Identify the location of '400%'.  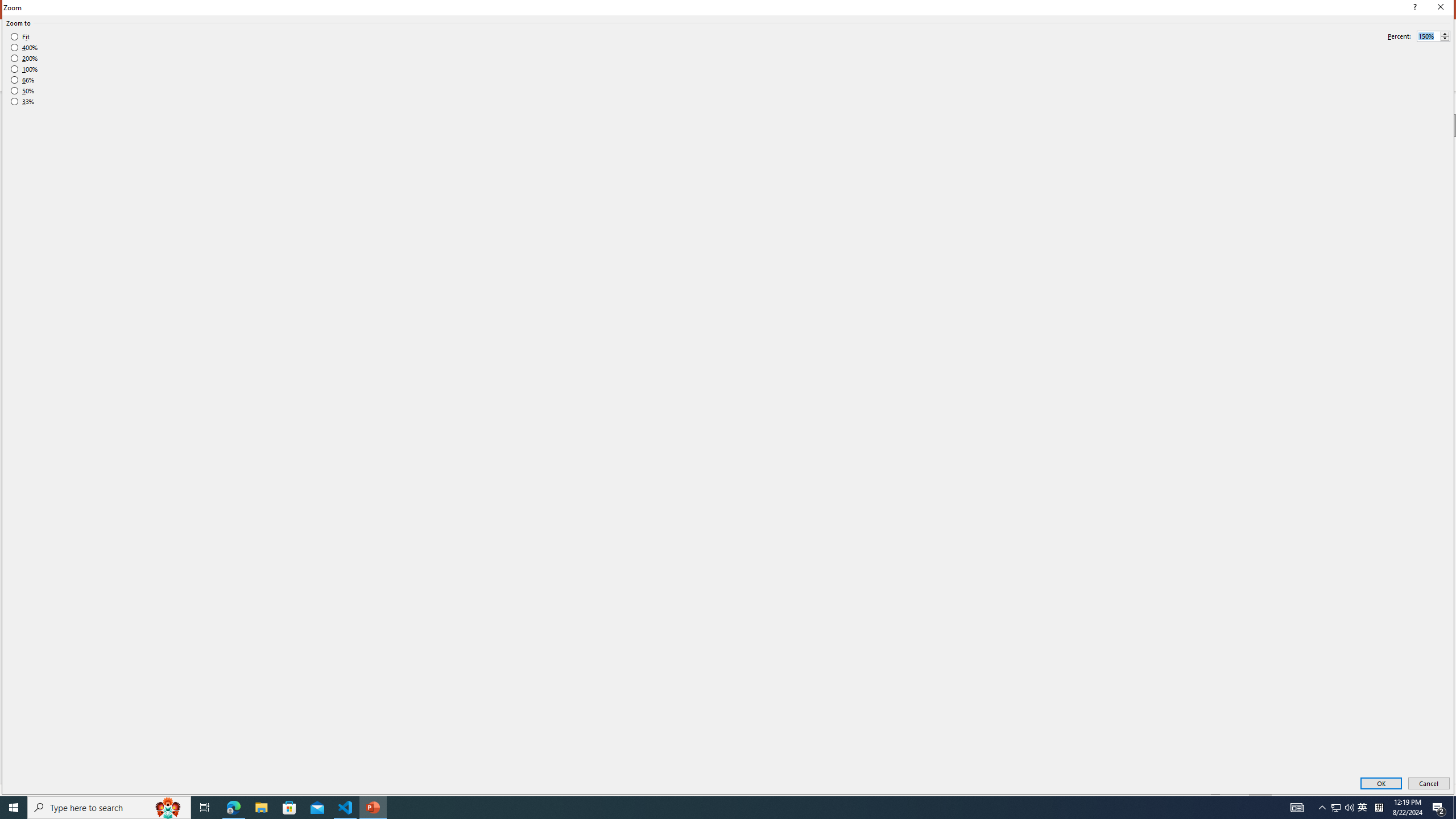
(24, 48).